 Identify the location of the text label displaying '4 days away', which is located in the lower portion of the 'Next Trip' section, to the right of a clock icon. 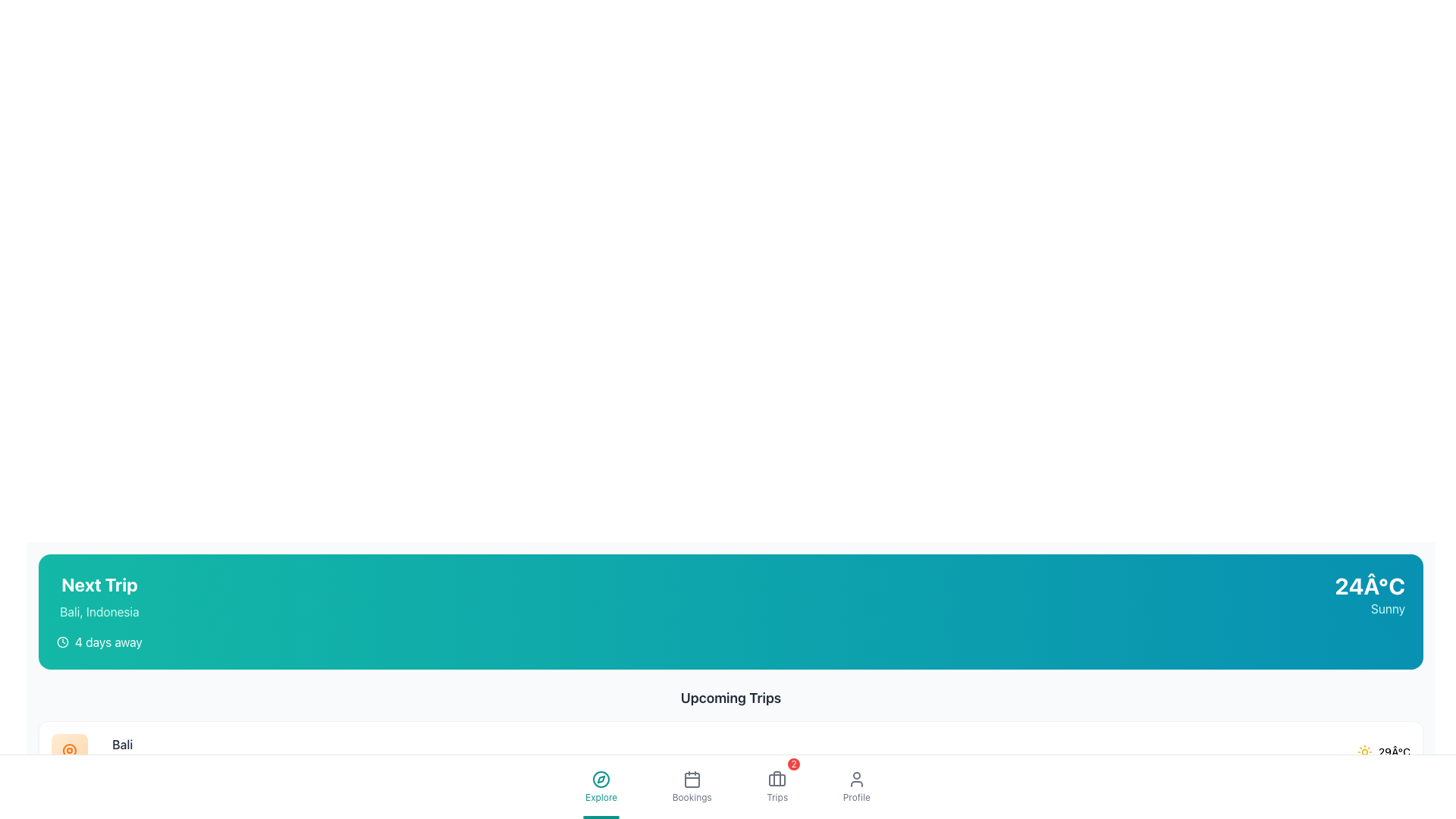
(108, 642).